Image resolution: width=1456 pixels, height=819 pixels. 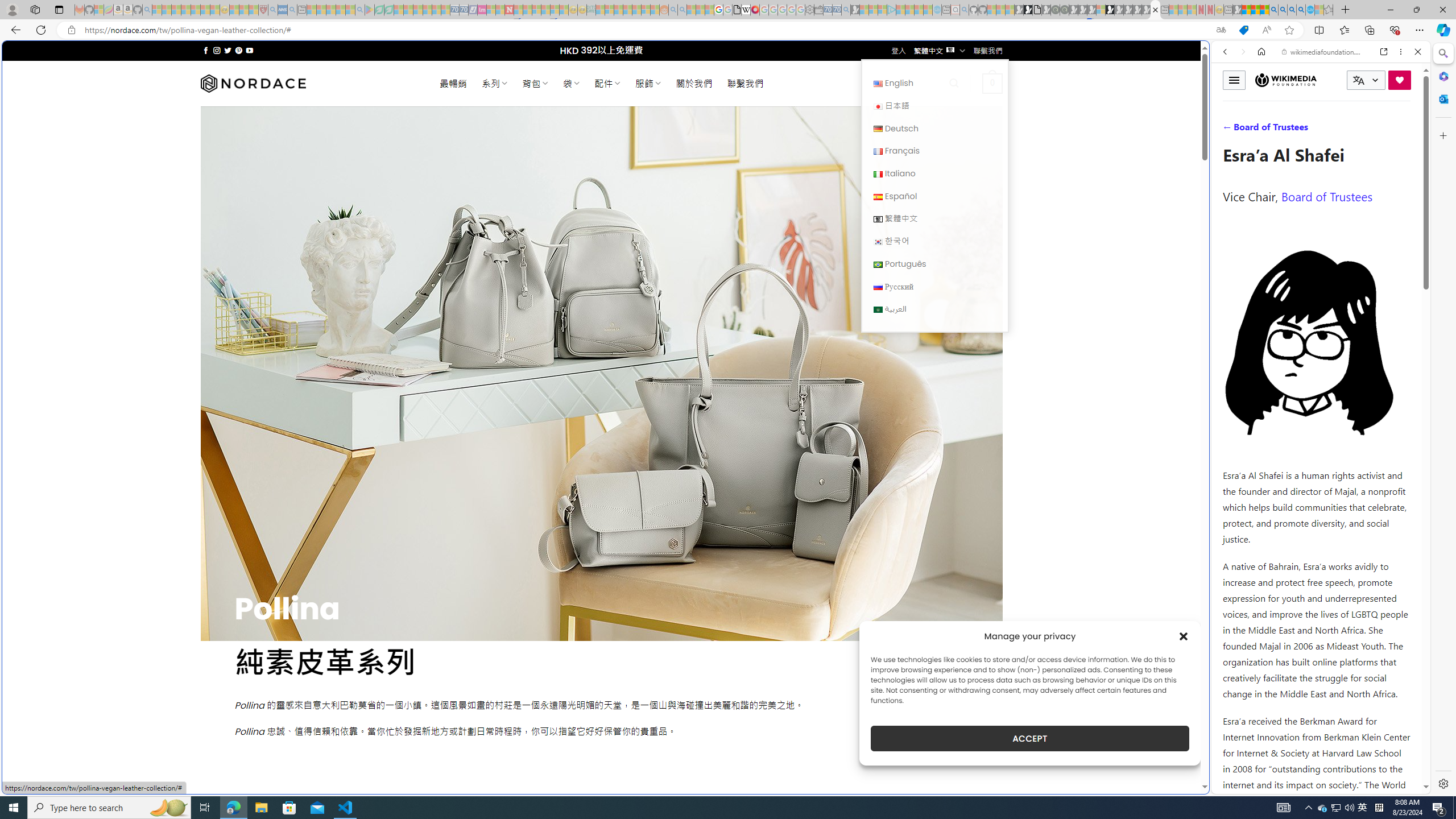 What do you see at coordinates (934, 82) in the screenshot?
I see `' English'` at bounding box center [934, 82].